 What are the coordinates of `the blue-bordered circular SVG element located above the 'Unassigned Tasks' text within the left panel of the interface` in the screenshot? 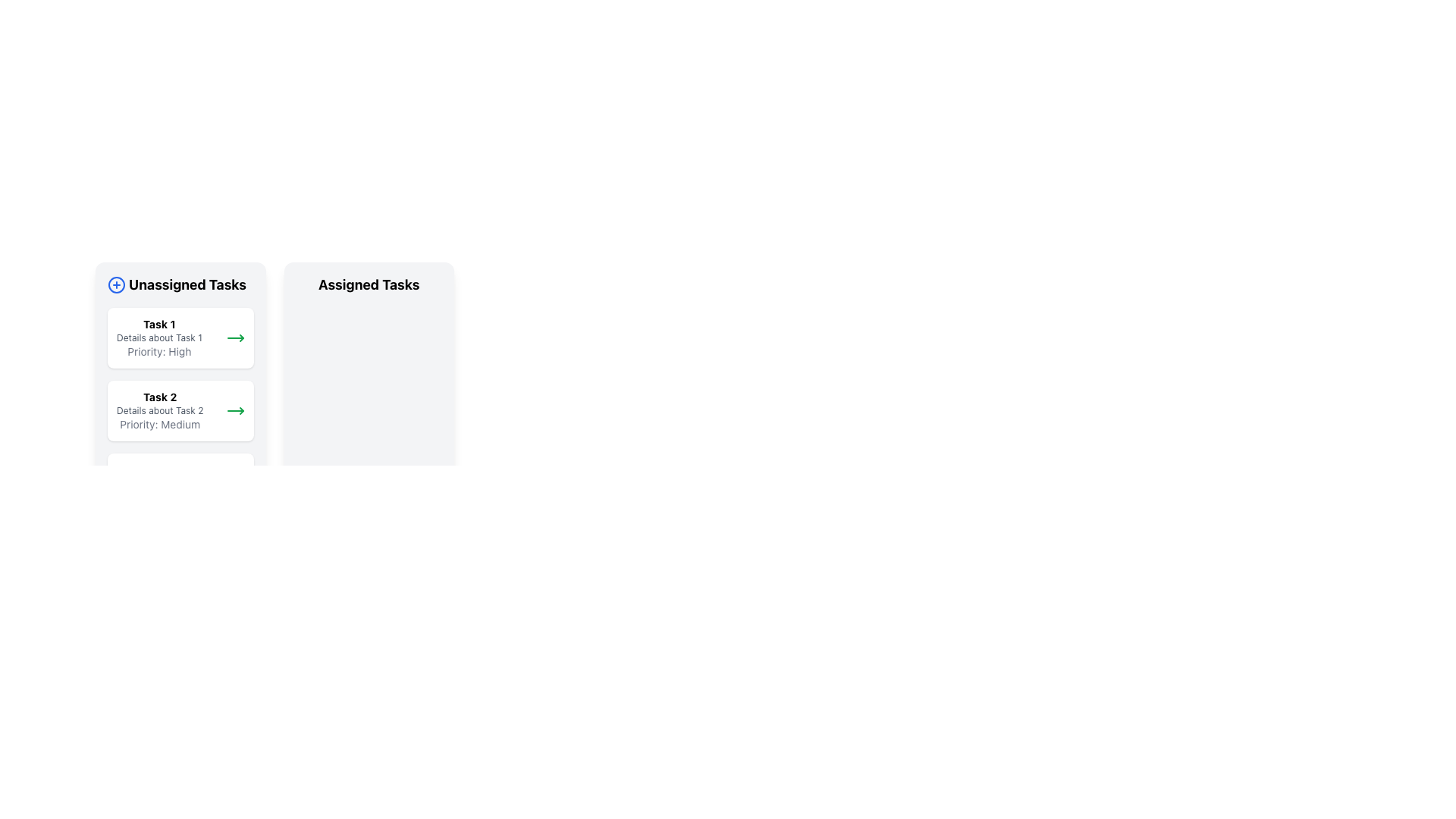 It's located at (115, 284).